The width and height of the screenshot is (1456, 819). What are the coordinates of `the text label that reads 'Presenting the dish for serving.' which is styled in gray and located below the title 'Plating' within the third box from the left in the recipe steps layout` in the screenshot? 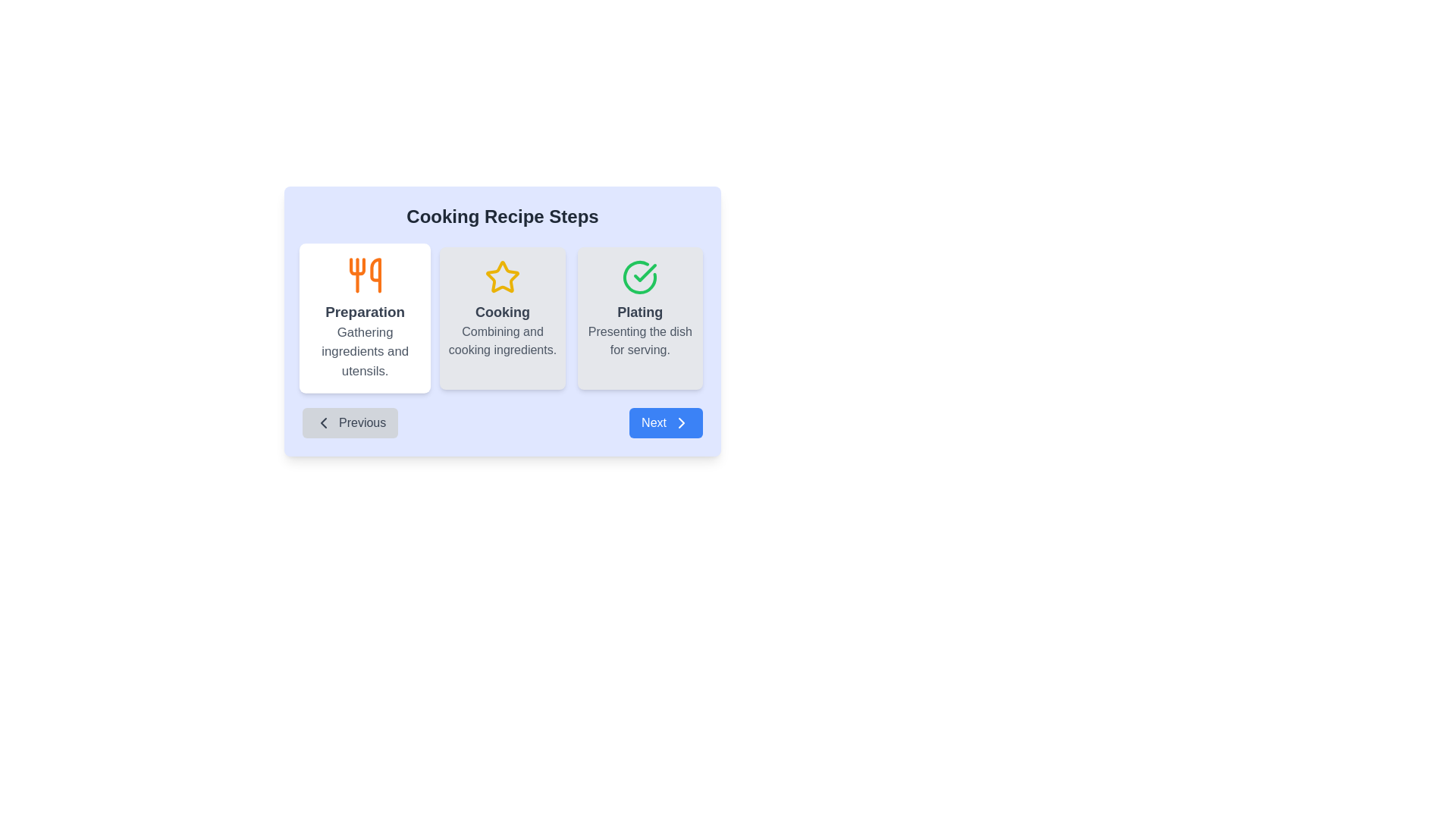 It's located at (640, 341).